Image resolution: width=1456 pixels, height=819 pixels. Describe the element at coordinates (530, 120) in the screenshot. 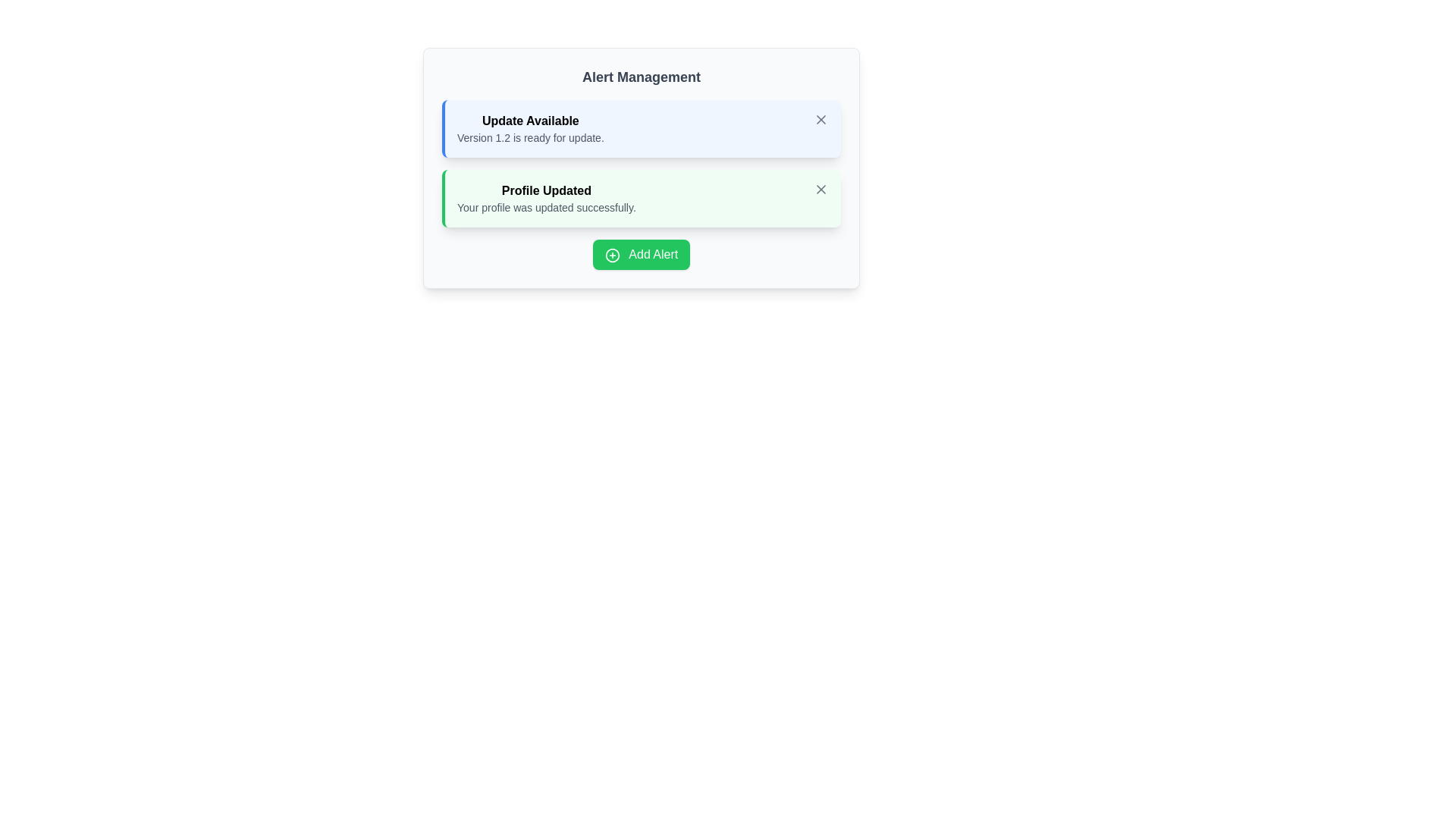

I see `the 'Update Available' text label, which is styled as a header in bold font within the top alert box of the 'Alert Management' area` at that location.